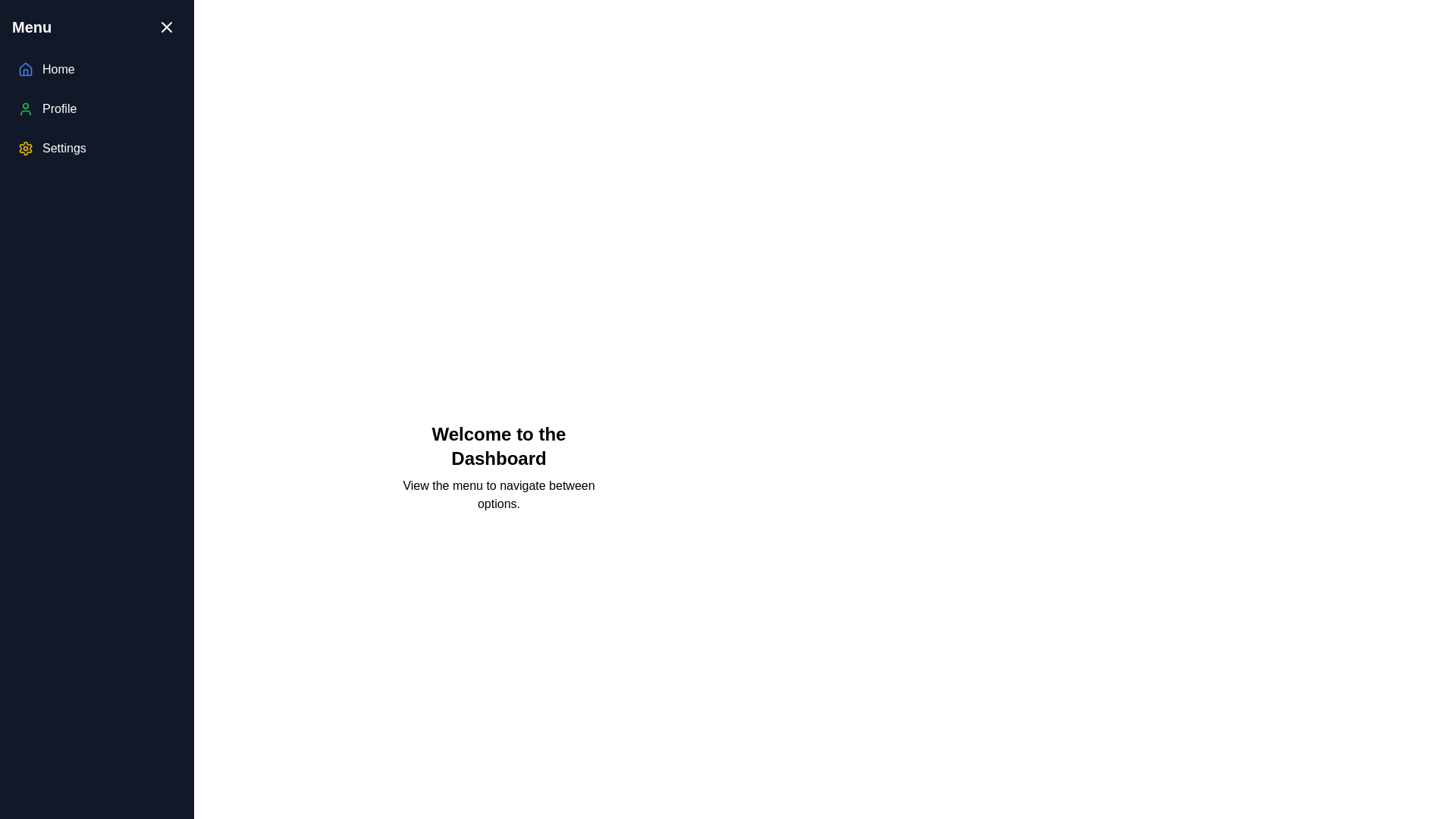 The width and height of the screenshot is (1456, 819). Describe the element at coordinates (96, 70) in the screenshot. I see `the first navigation item in the sidebar that leads to the 'Home' section to change its background color` at that location.